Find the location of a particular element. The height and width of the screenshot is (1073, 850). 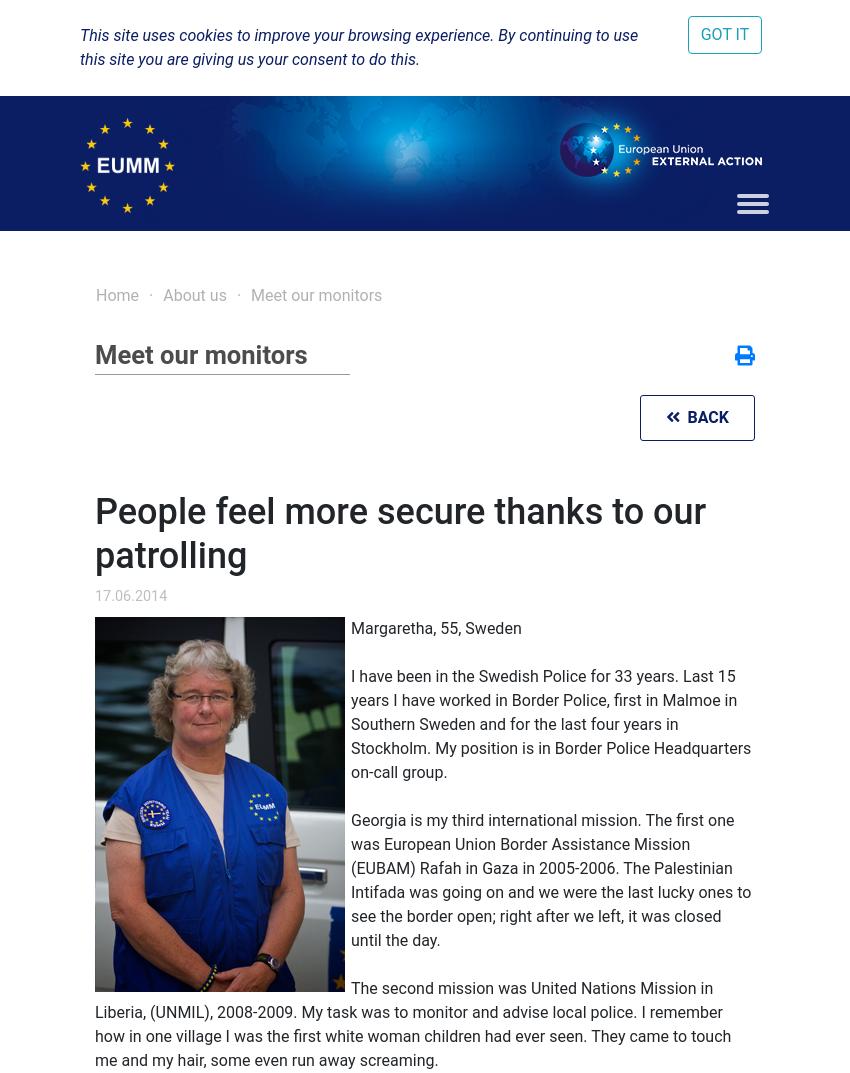

'People feel more secure thanks to our patrolling' is located at coordinates (94, 532).